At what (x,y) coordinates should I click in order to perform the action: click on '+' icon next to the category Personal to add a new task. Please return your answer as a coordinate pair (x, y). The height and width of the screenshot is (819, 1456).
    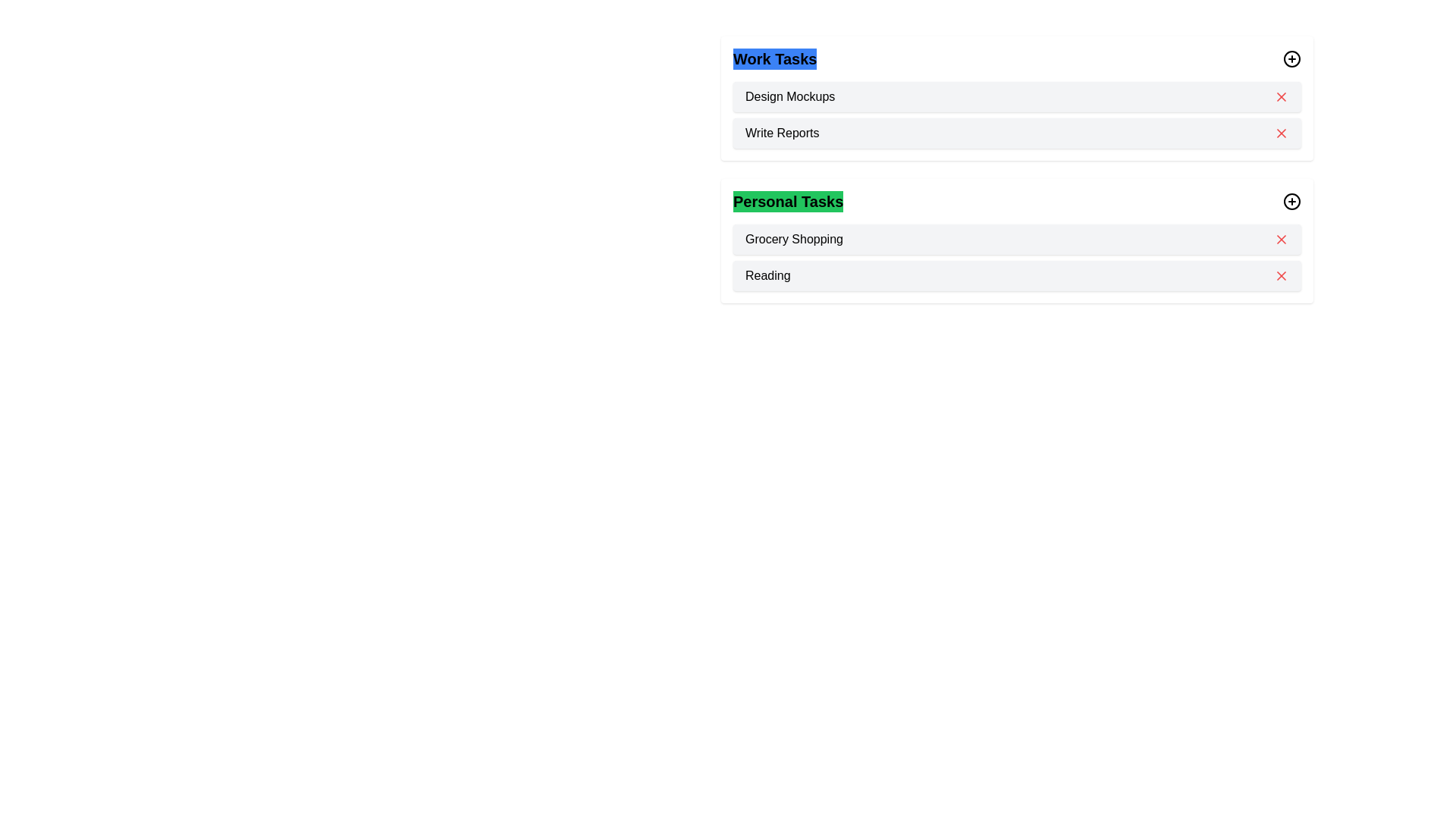
    Looking at the image, I should click on (1291, 201).